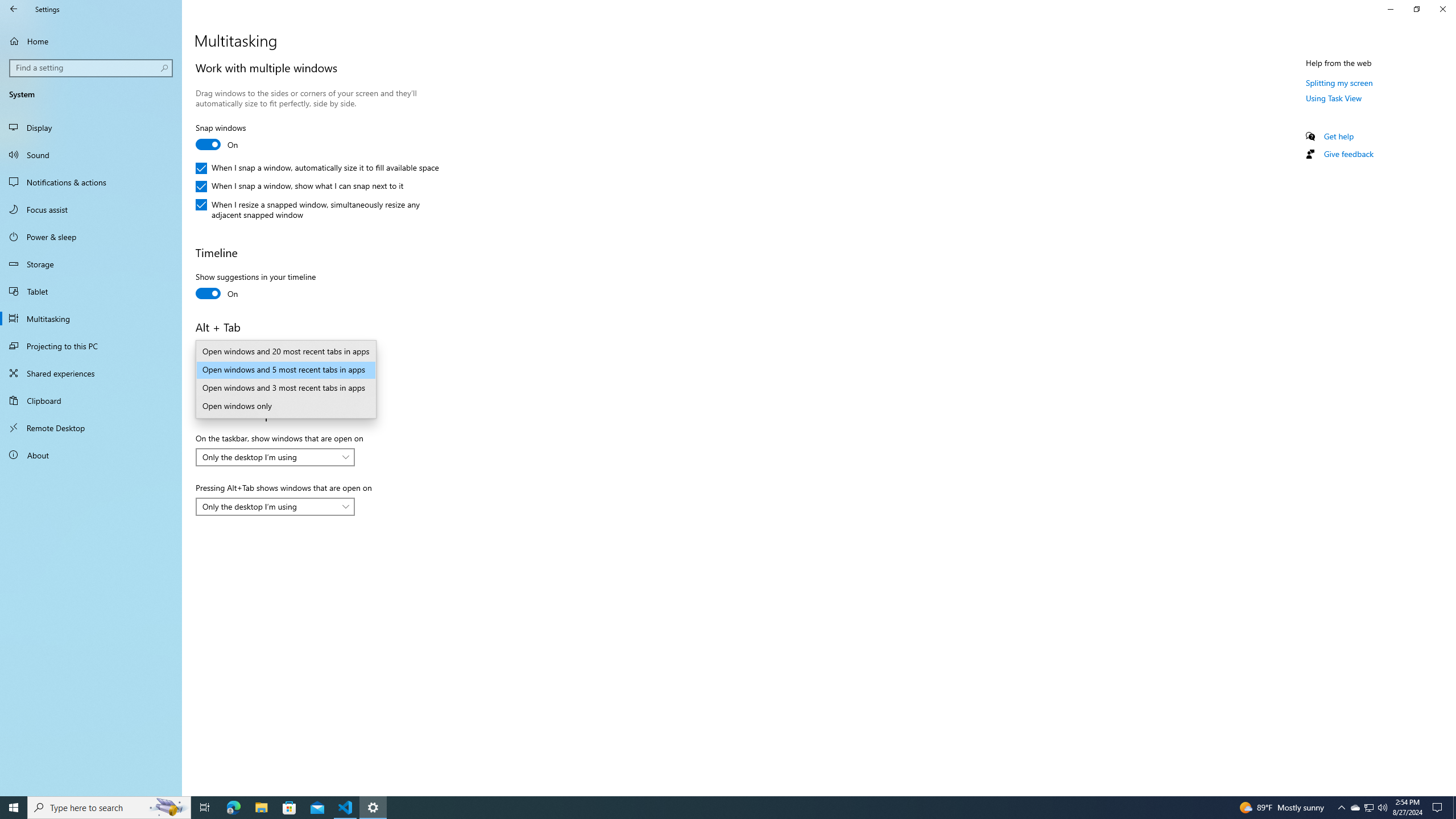 The image size is (1456, 819). What do you see at coordinates (14, 806) in the screenshot?
I see `'Start'` at bounding box center [14, 806].